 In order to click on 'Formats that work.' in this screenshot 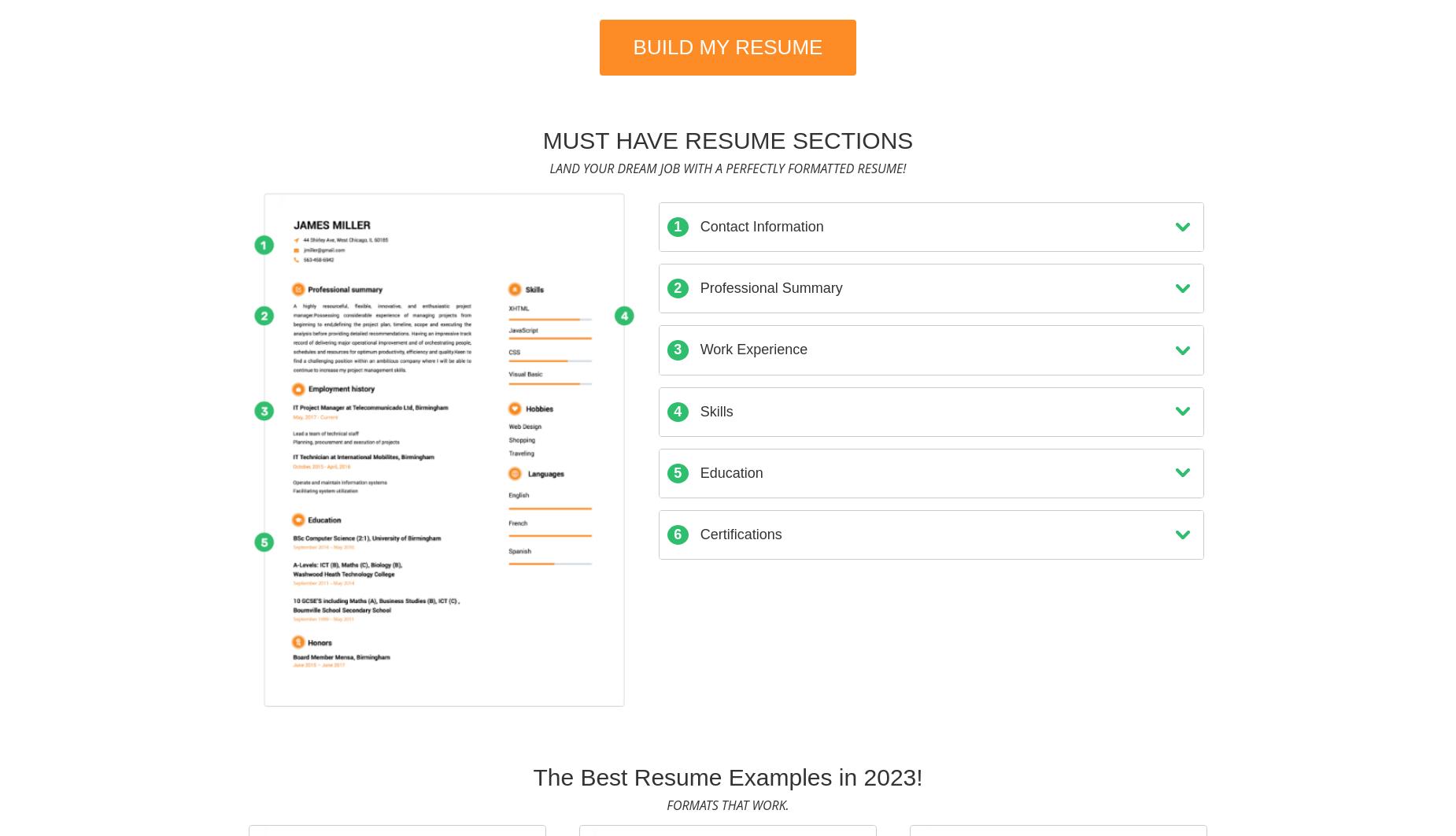, I will do `click(727, 803)`.